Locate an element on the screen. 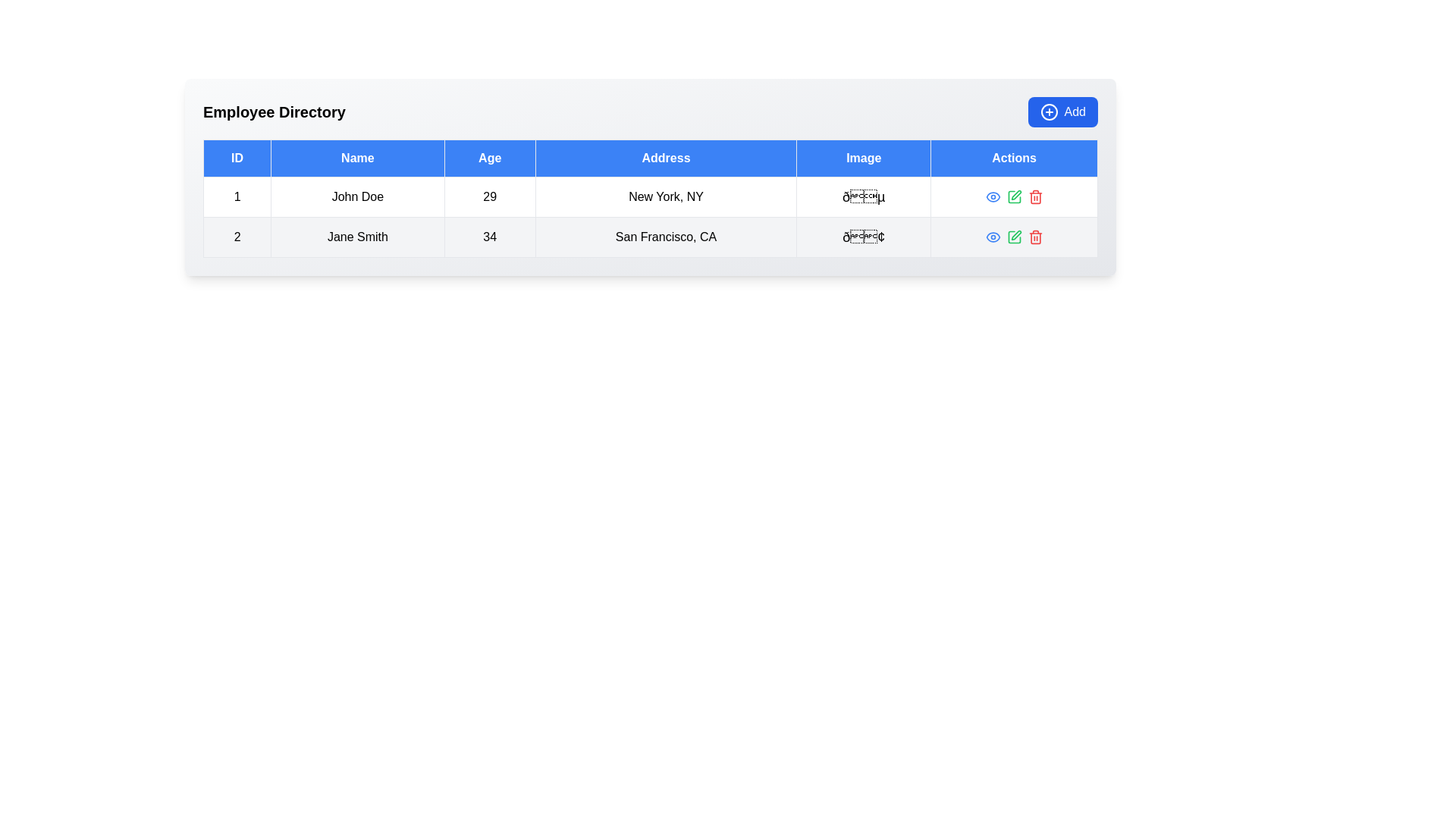  the table header row that labels the columns 'ID', 'Name', 'Age', 'Address', 'Image', and 'Actions' is located at coordinates (651, 158).